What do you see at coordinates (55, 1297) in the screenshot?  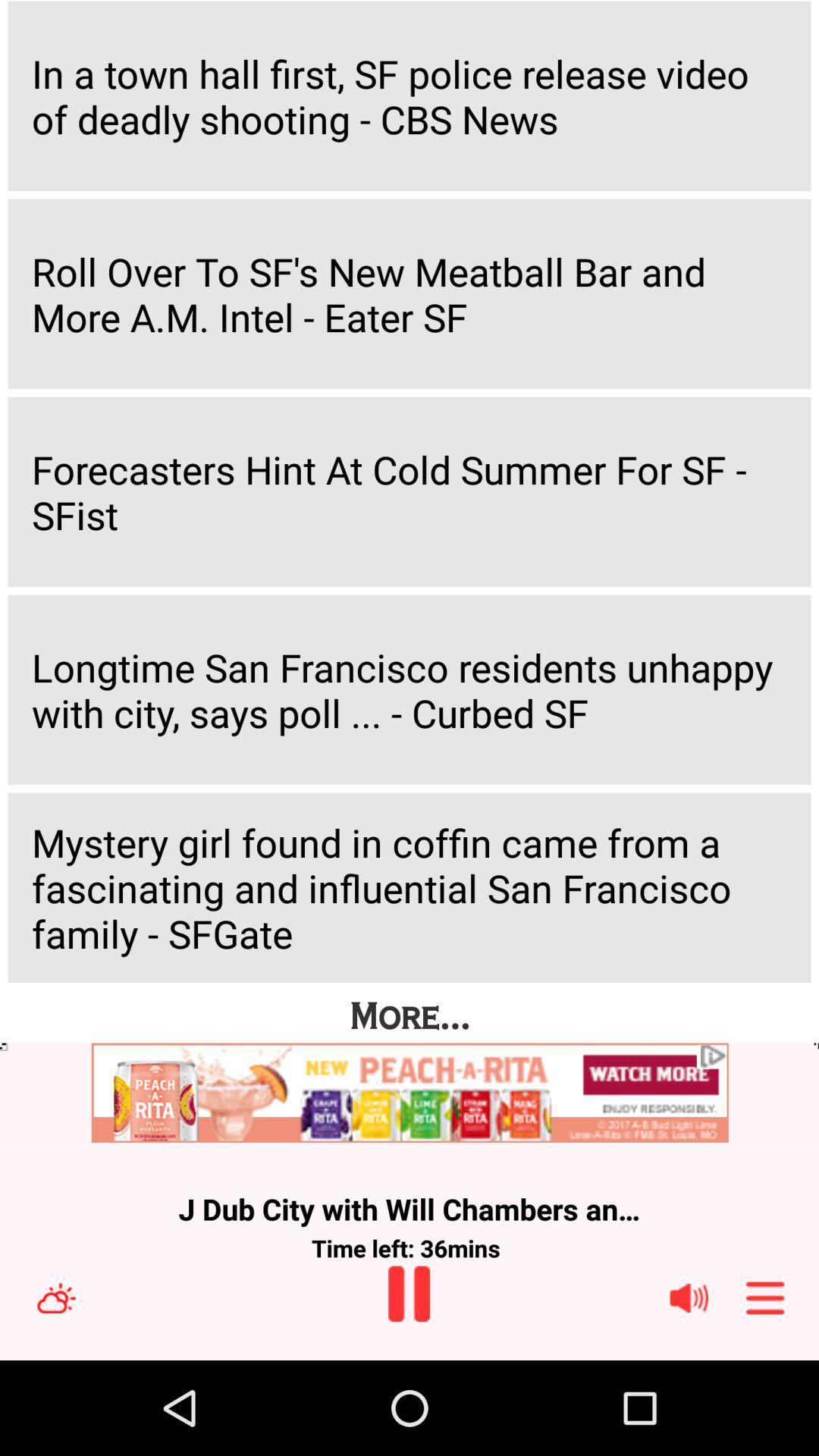 I see `displays the weather` at bounding box center [55, 1297].